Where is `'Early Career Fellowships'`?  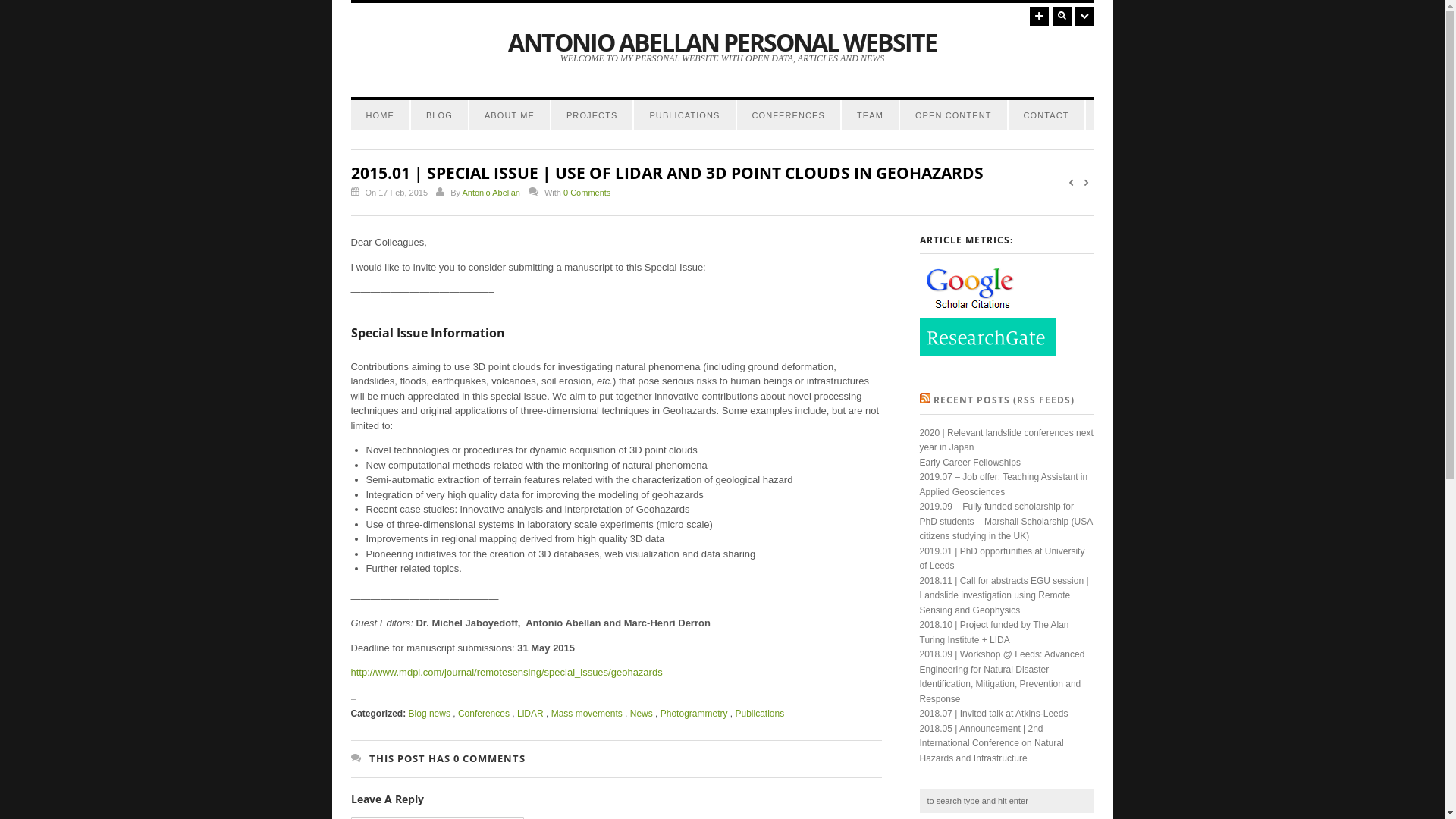
'Early Career Fellowships' is located at coordinates (968, 461).